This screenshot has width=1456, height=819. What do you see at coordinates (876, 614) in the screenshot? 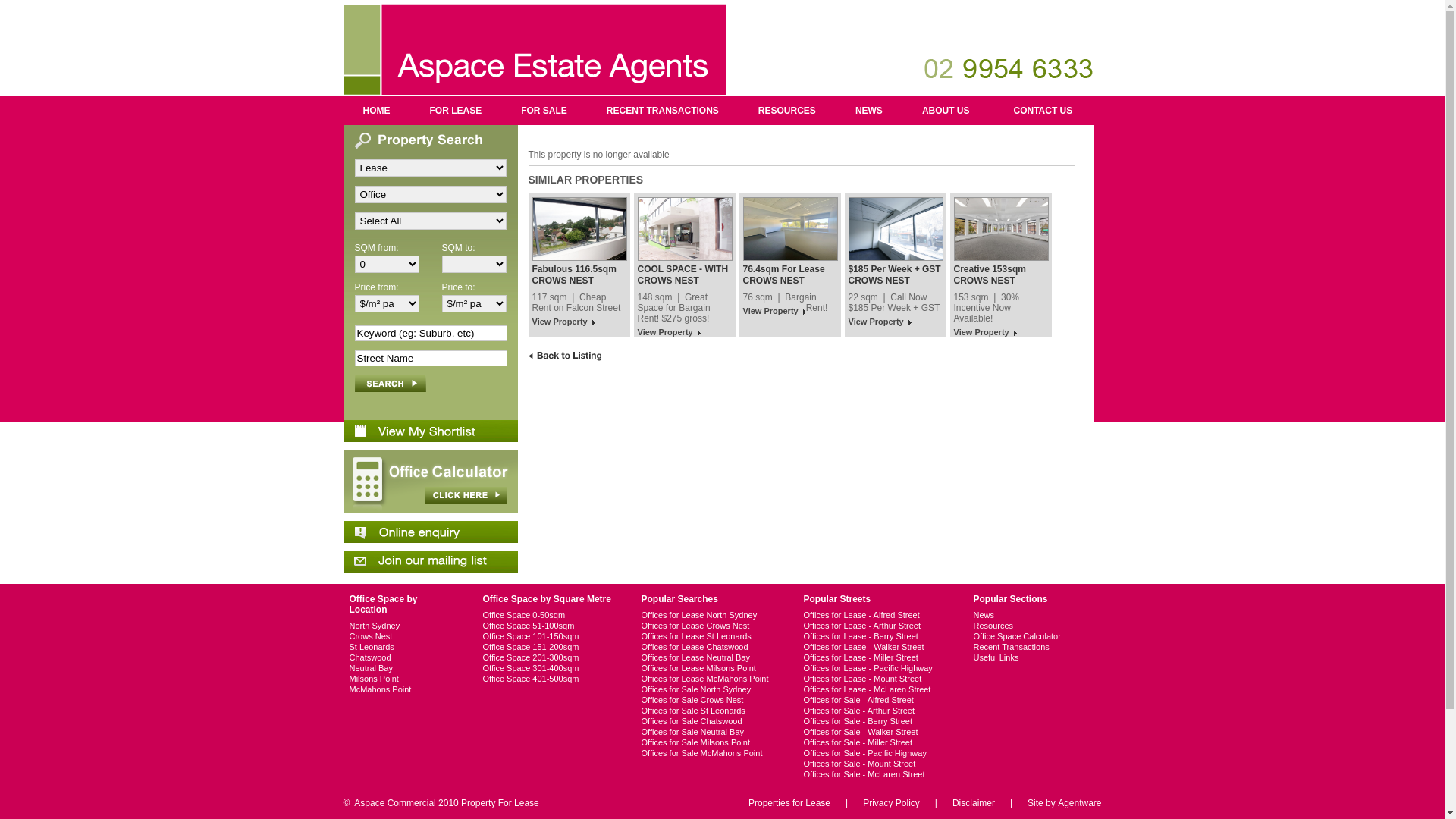
I see `'Offices for Lease - Alfred Street'` at bounding box center [876, 614].